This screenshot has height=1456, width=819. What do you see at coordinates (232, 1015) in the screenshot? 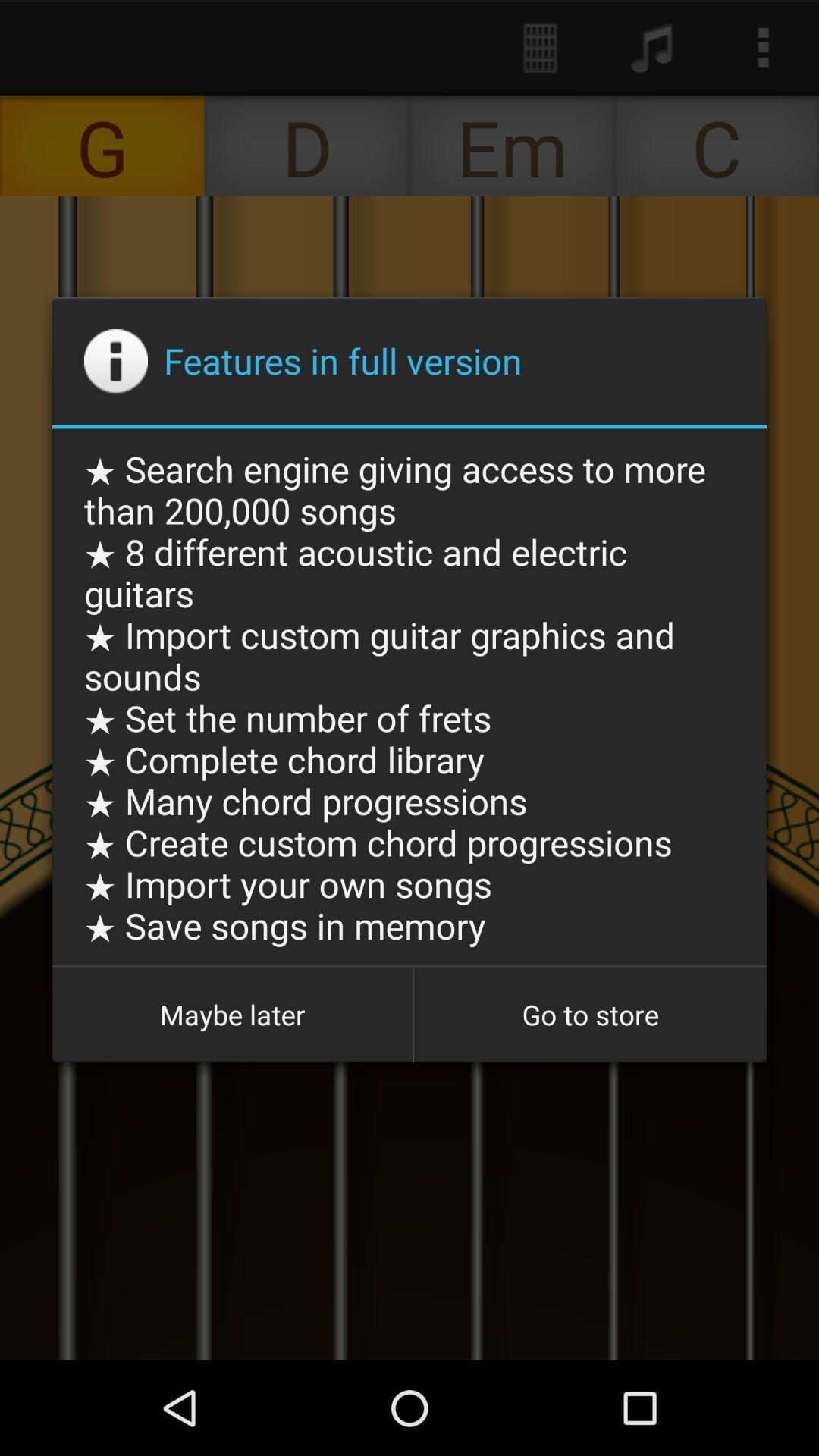
I see `maybe later button` at bounding box center [232, 1015].